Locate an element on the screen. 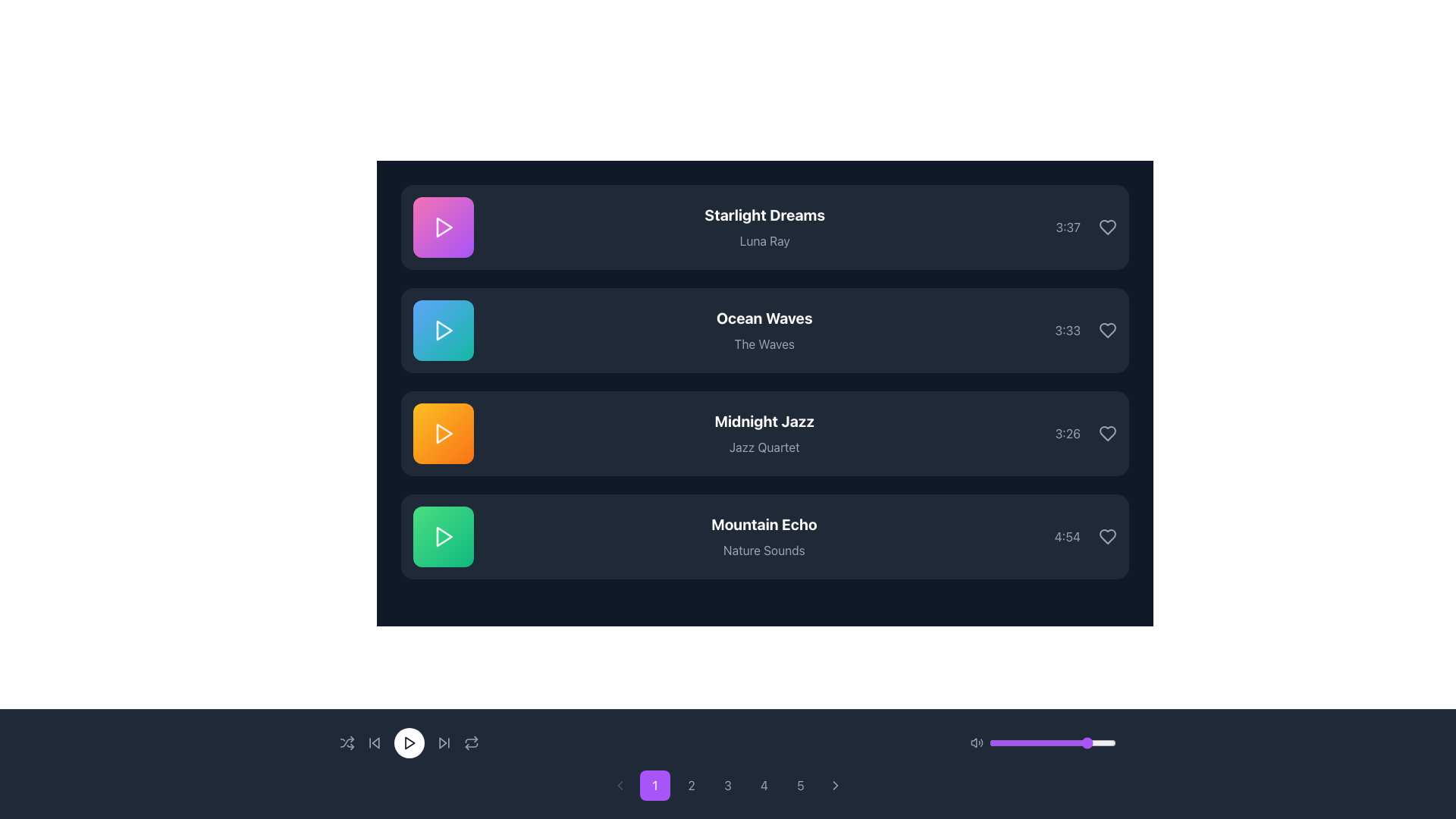  the static text display showing '3:33', which is positioned to the right of the list item titled 'Ocean Waves' is located at coordinates (1067, 329).